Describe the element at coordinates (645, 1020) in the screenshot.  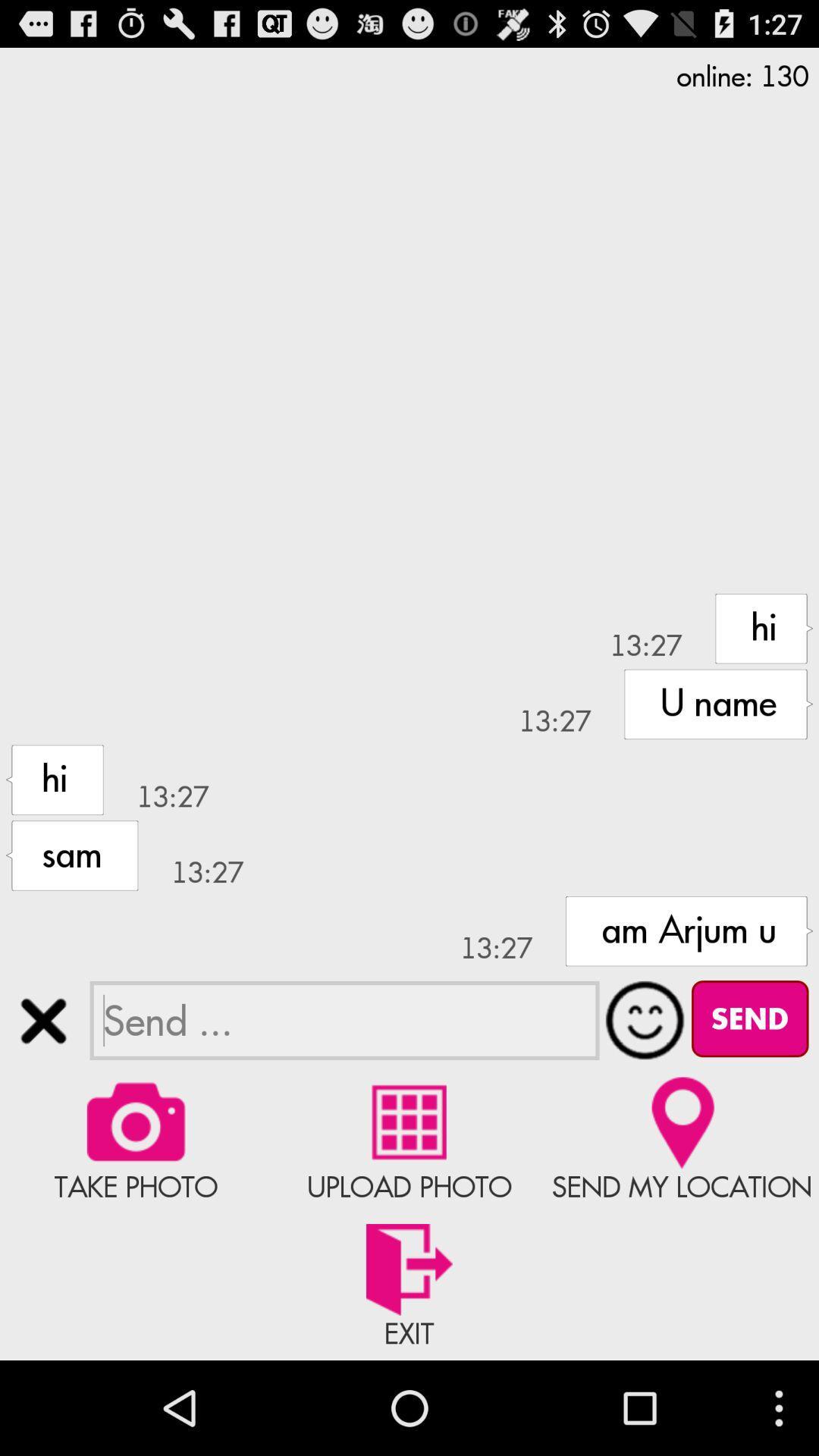
I see `smileys switch option` at that location.